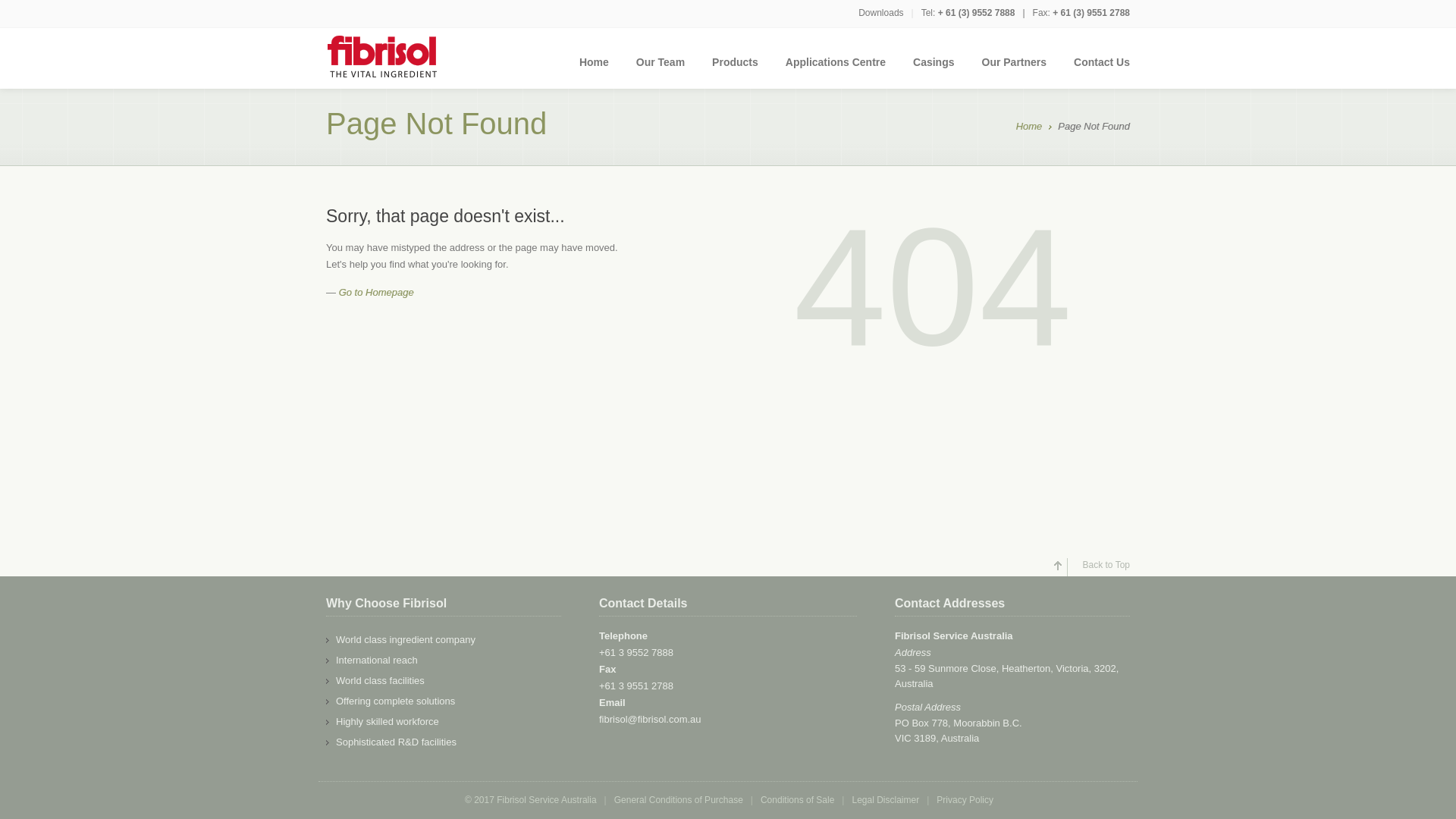 The image size is (1456, 819). Describe the element at coordinates (967, 70) in the screenshot. I see `'Our Partners'` at that location.